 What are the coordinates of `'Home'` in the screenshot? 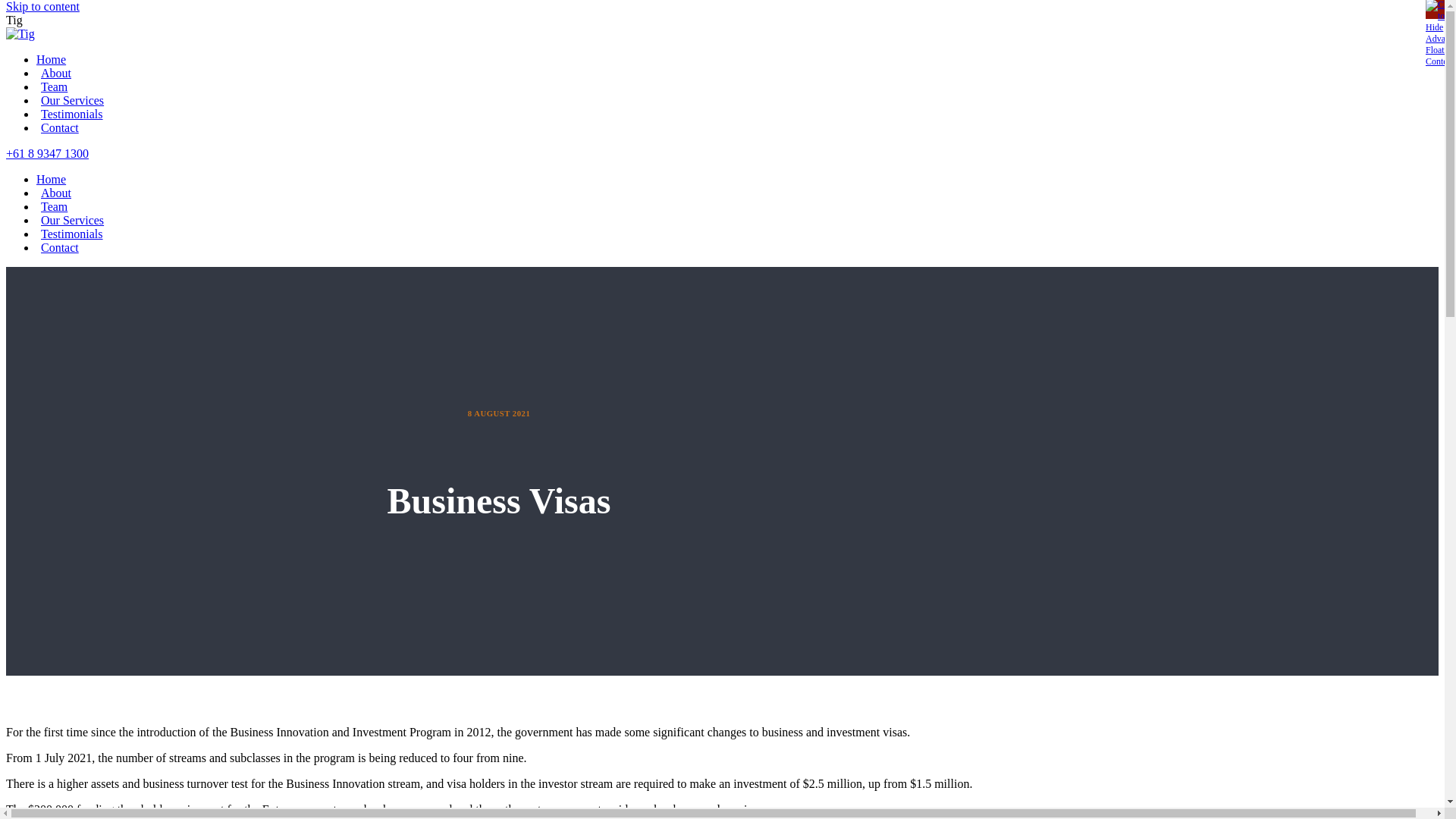 It's located at (51, 178).